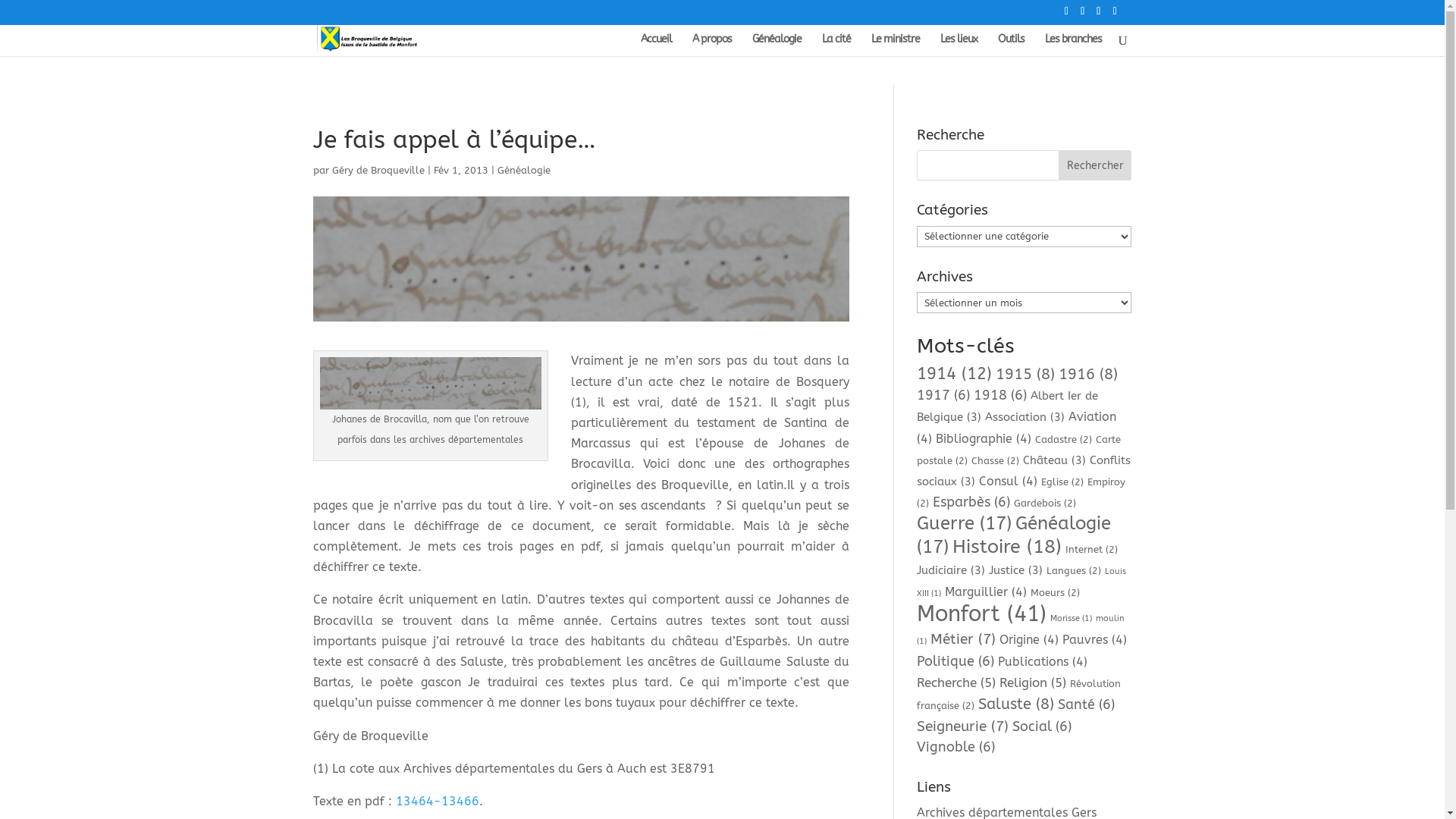 The width and height of the screenshot is (1456, 819). What do you see at coordinates (1011, 44) in the screenshot?
I see `'Outils'` at bounding box center [1011, 44].